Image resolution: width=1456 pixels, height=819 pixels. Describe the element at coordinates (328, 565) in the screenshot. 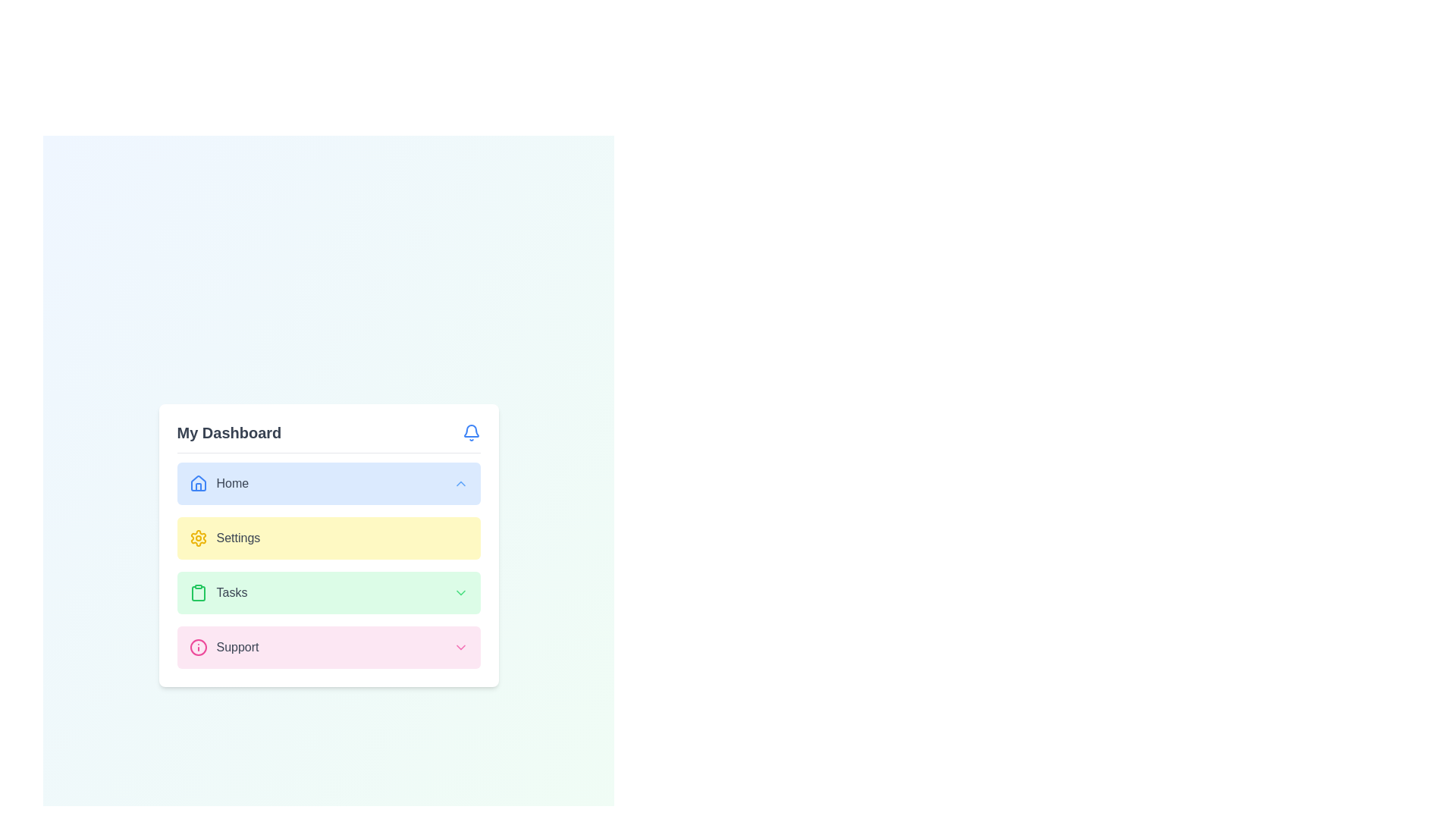

I see `the 'Settings' button located in the vertical list under 'My Dashboard' to trigger its visual effect or tooltip` at that location.